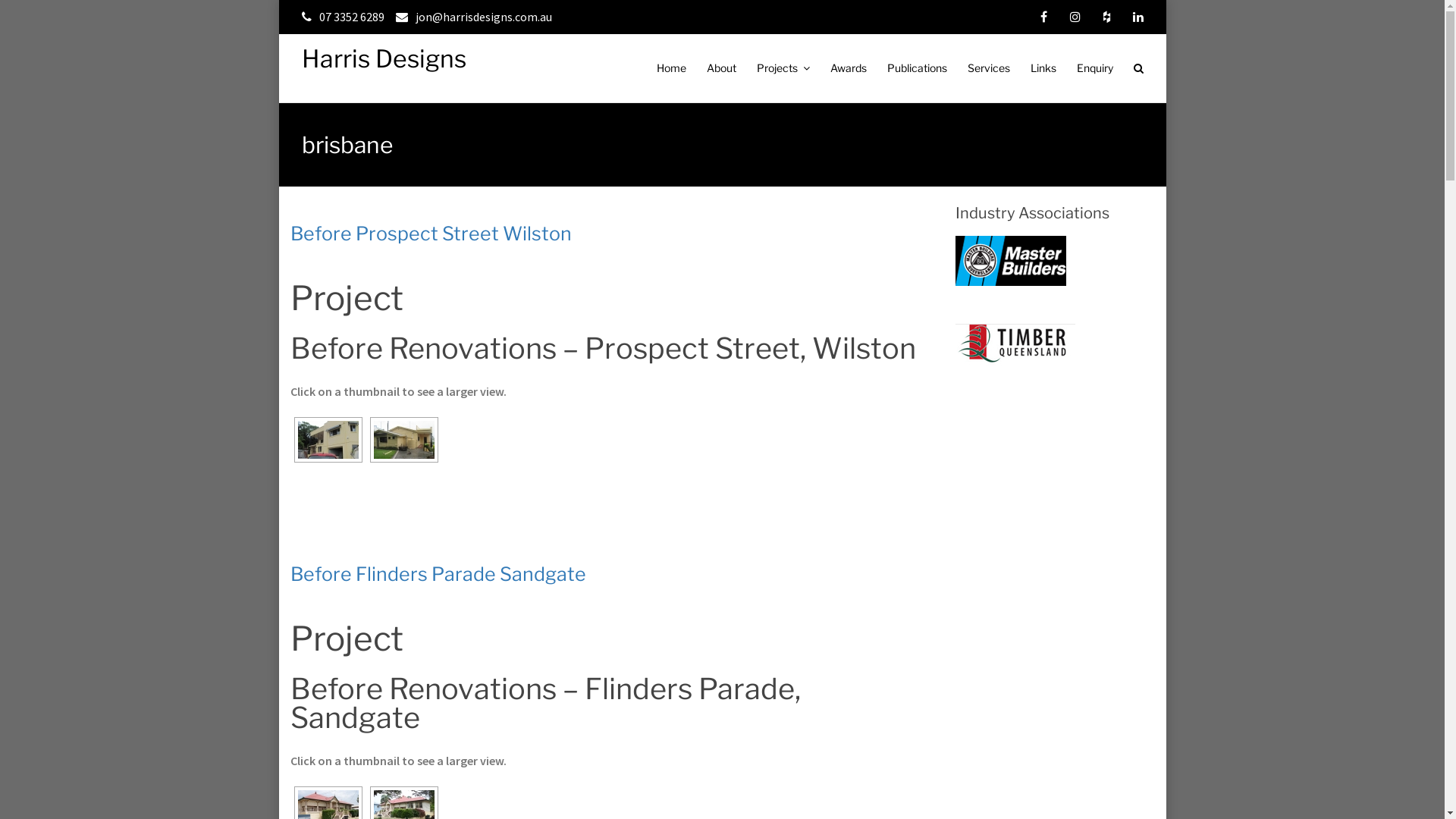 The height and width of the screenshot is (819, 1456). I want to click on 'About', so click(720, 67).